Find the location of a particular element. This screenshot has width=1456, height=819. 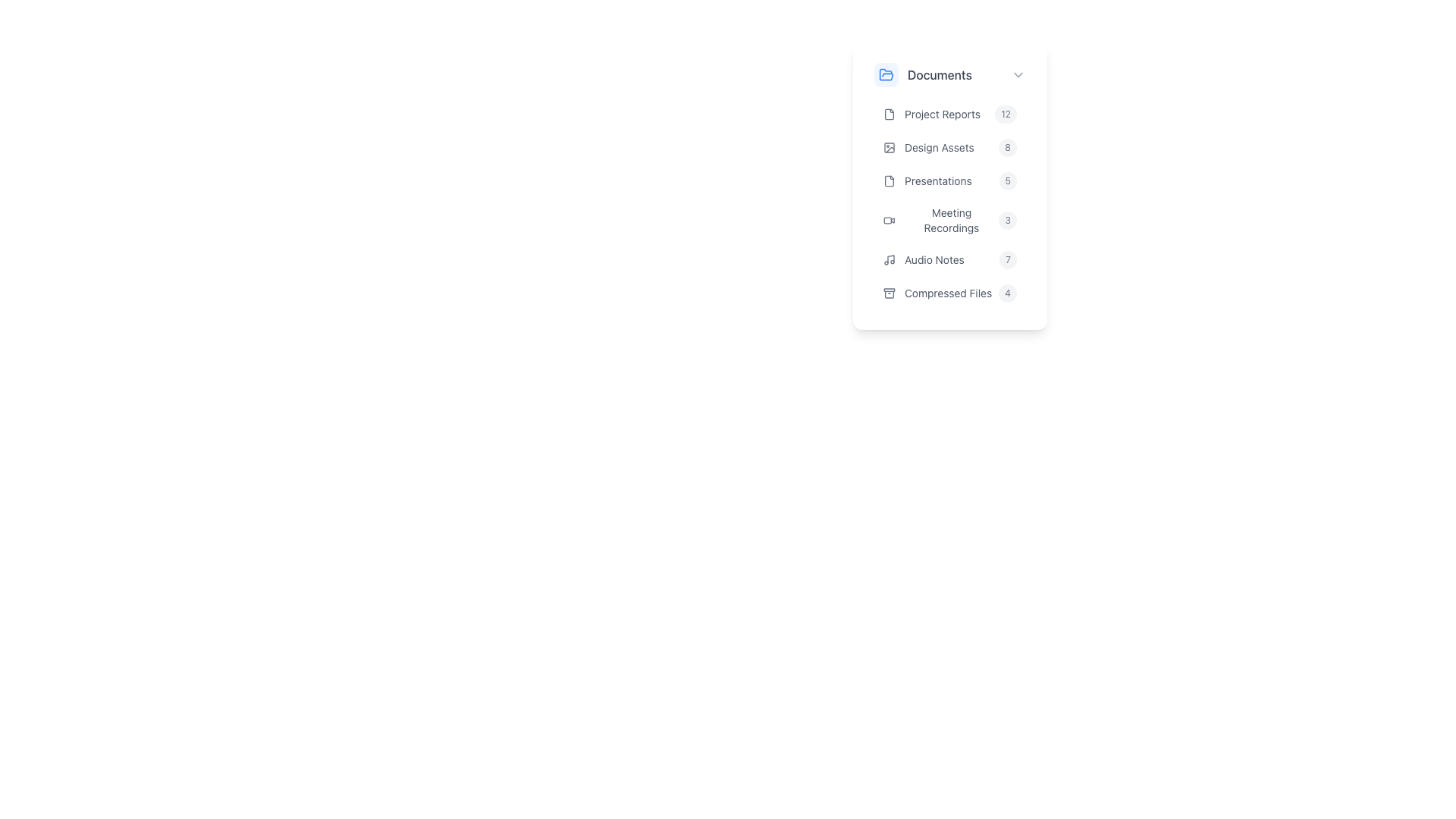

the Counter badge, which is a small rounded rectangle with a light gray background containing the text '12'. It changes color to a light blue background and blue text upon hover is located at coordinates (1006, 113).